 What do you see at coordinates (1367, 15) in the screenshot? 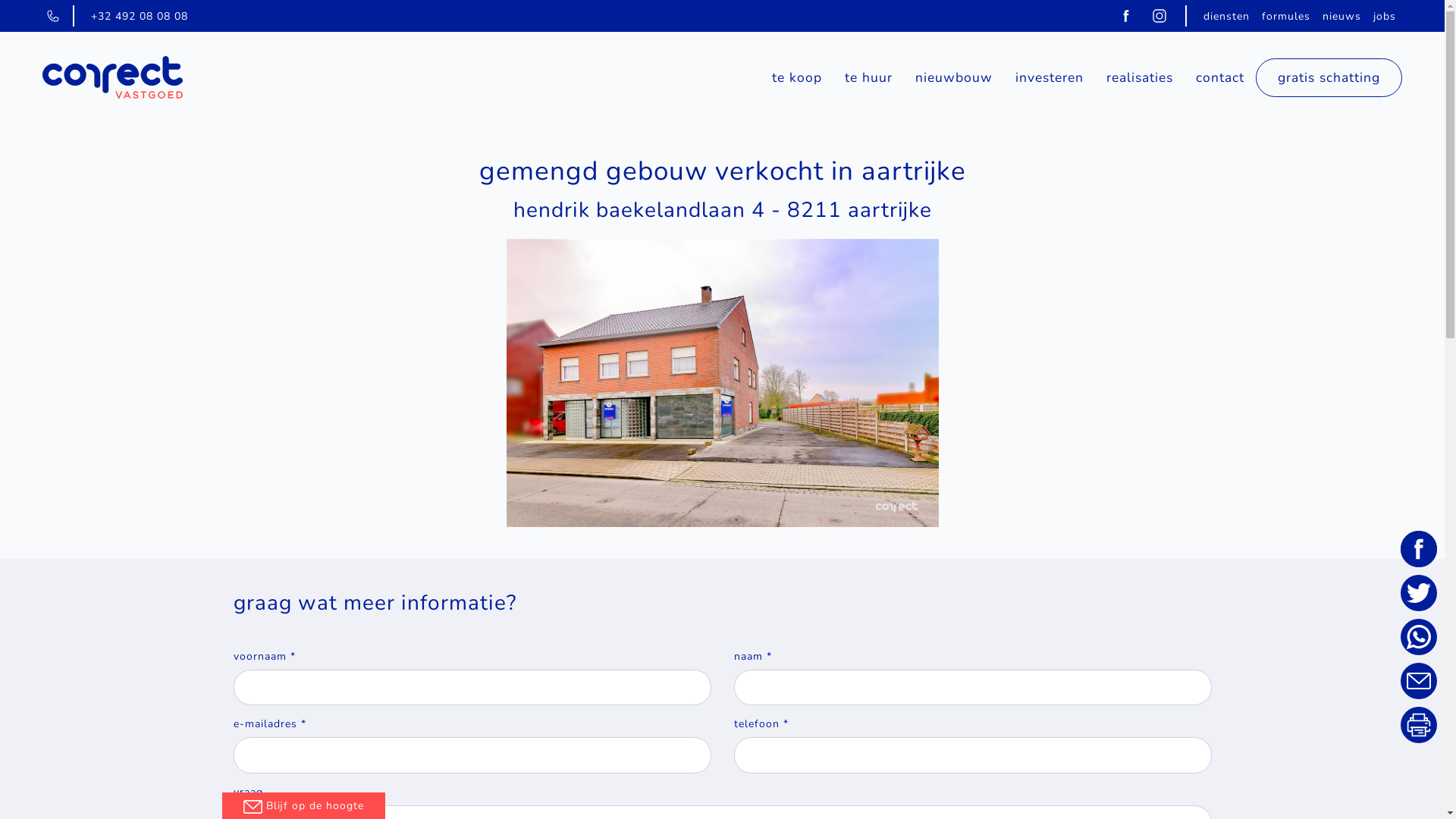
I see `'jobs'` at bounding box center [1367, 15].